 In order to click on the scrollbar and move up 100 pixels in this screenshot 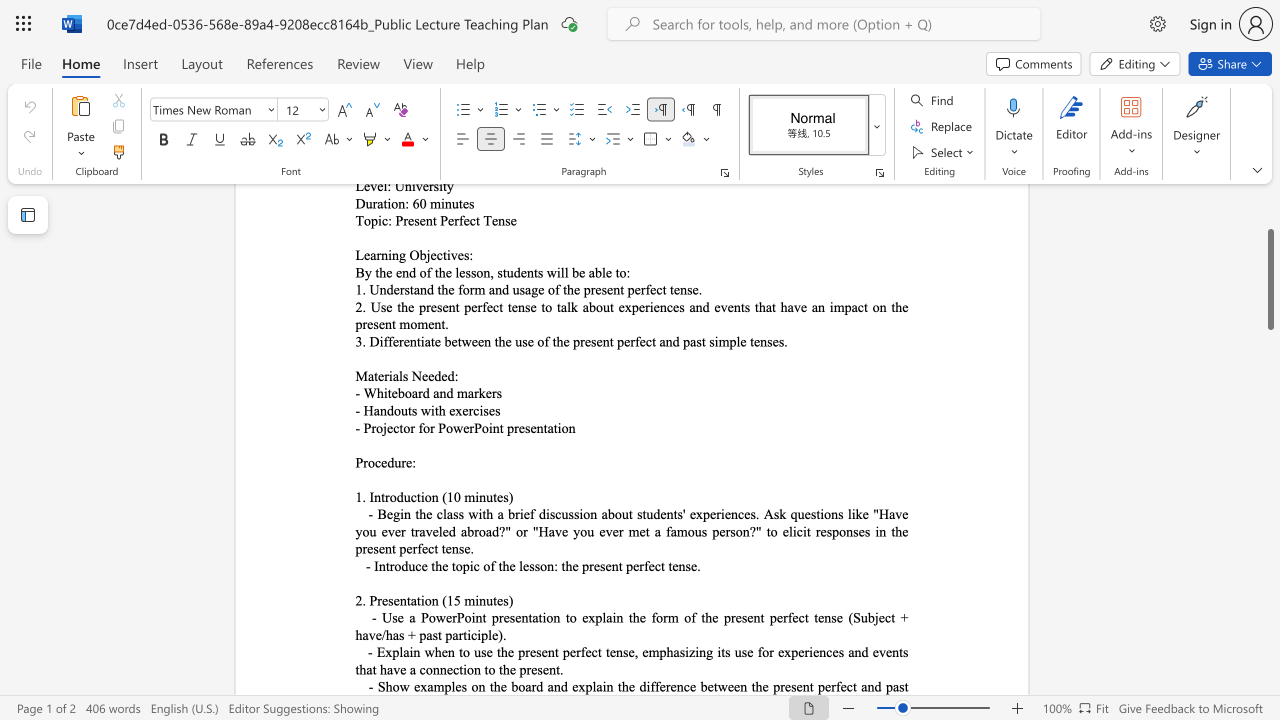, I will do `click(1269, 279)`.